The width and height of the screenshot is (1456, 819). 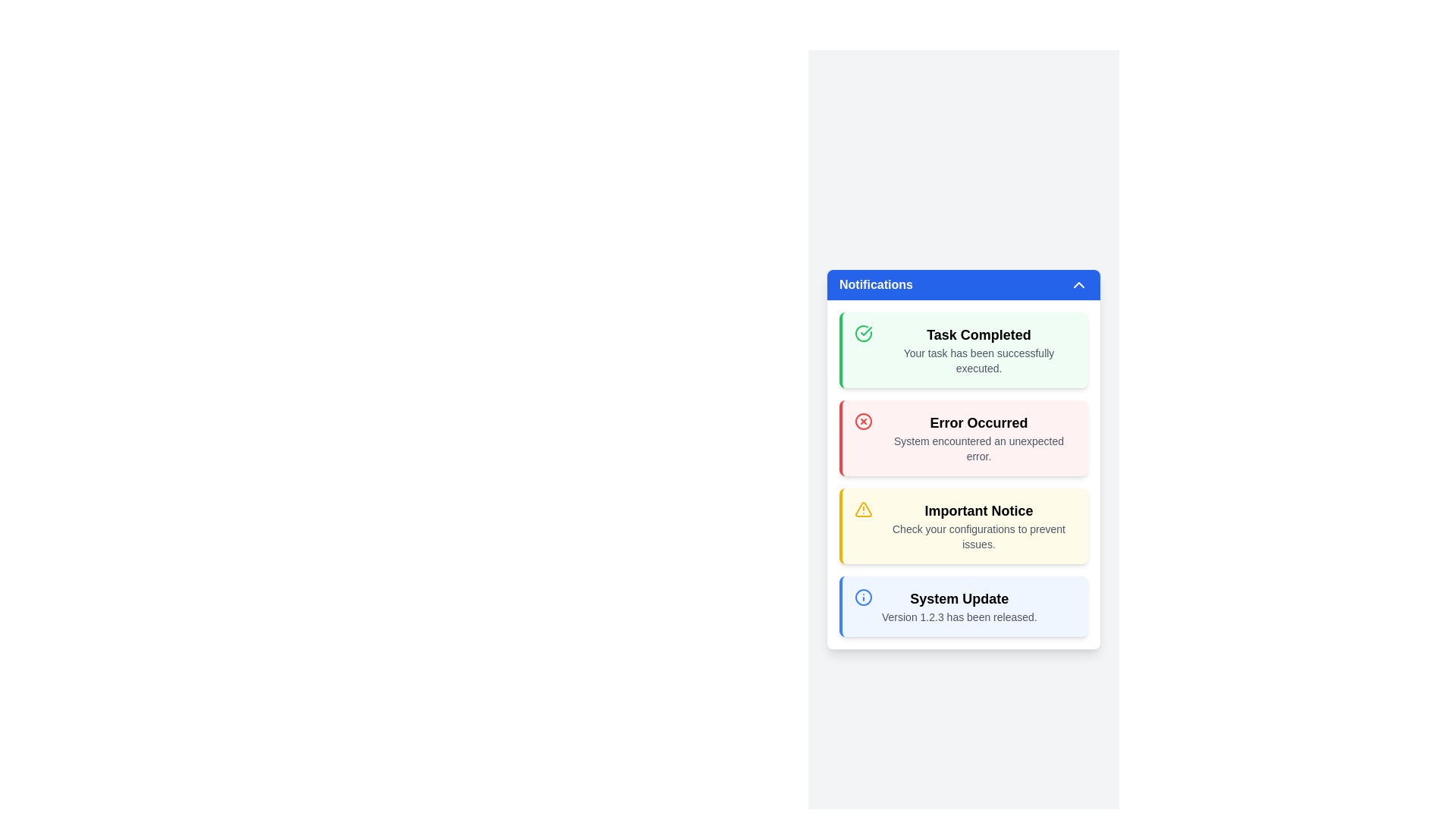 What do you see at coordinates (863, 332) in the screenshot?
I see `the green circular outline icon with a checkmark, which indicates a 'success' or 'completed' state, located at the top-left corner of the success notification` at bounding box center [863, 332].